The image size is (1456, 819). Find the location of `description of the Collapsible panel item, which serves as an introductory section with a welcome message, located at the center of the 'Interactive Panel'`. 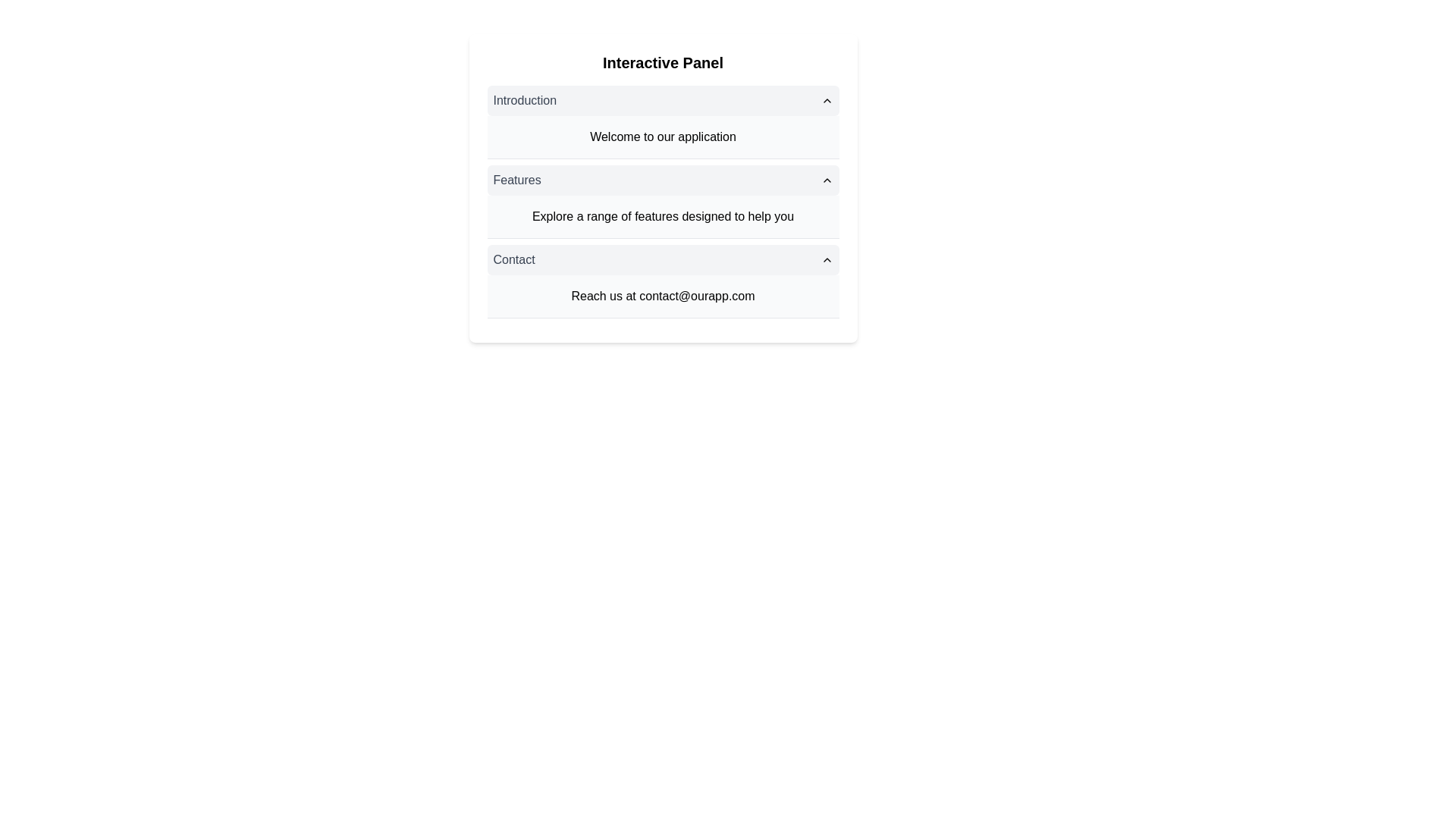

description of the Collapsible panel item, which serves as an introductory section with a welcome message, located at the center of the 'Interactive Panel' is located at coordinates (663, 121).